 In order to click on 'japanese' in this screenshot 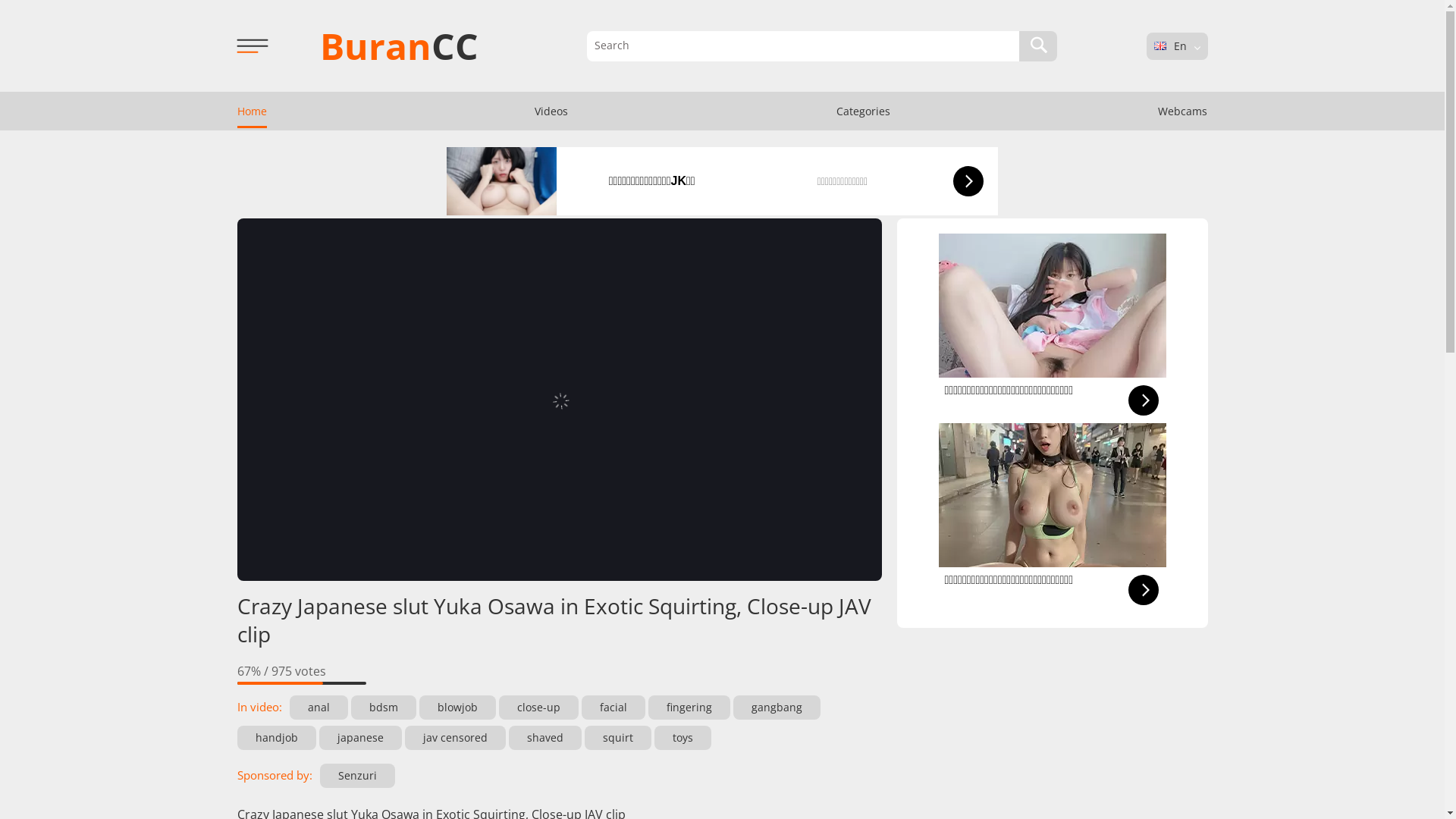, I will do `click(359, 736)`.